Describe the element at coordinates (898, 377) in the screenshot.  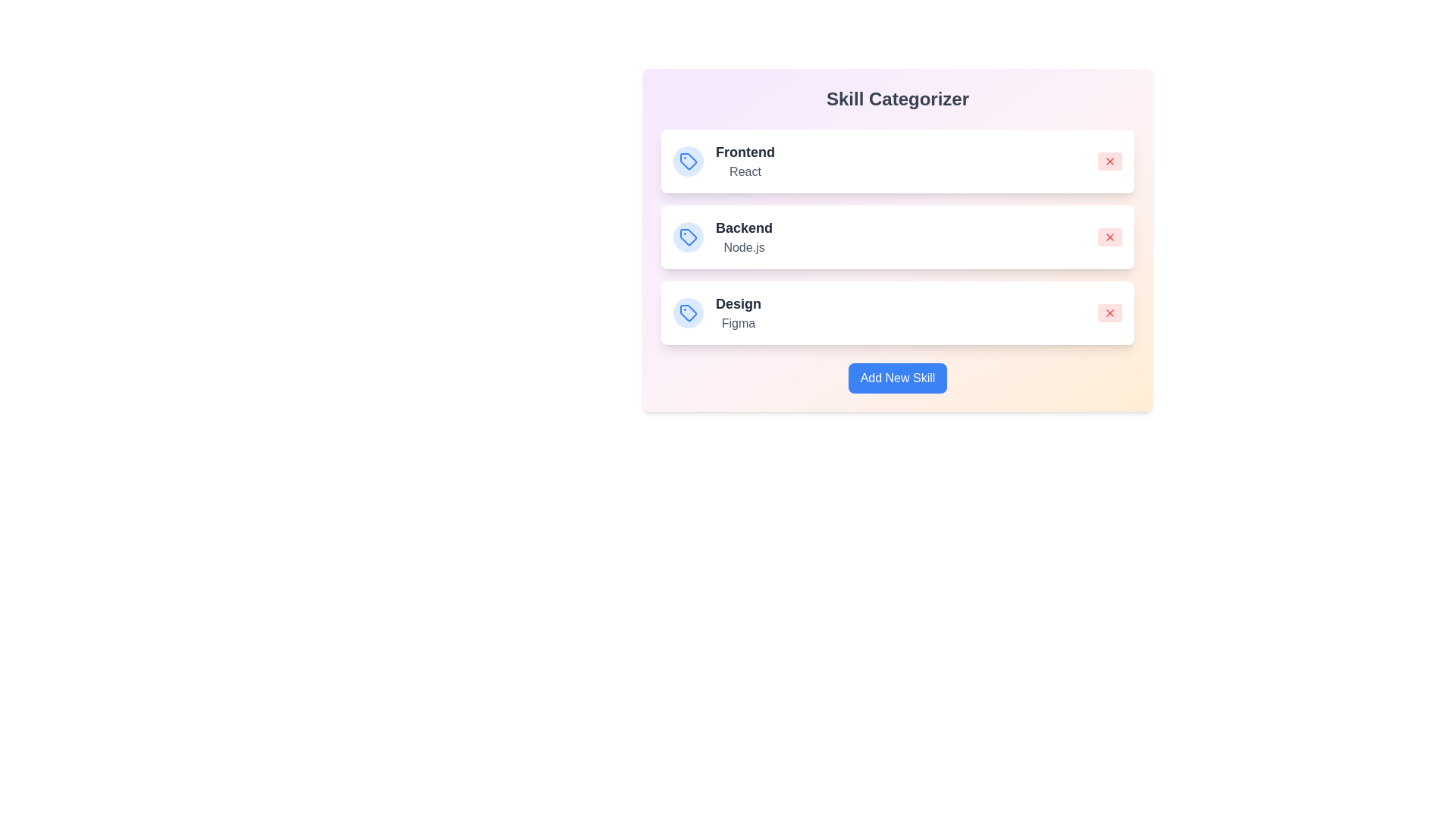
I see `the 'Add New Skill' button` at that location.